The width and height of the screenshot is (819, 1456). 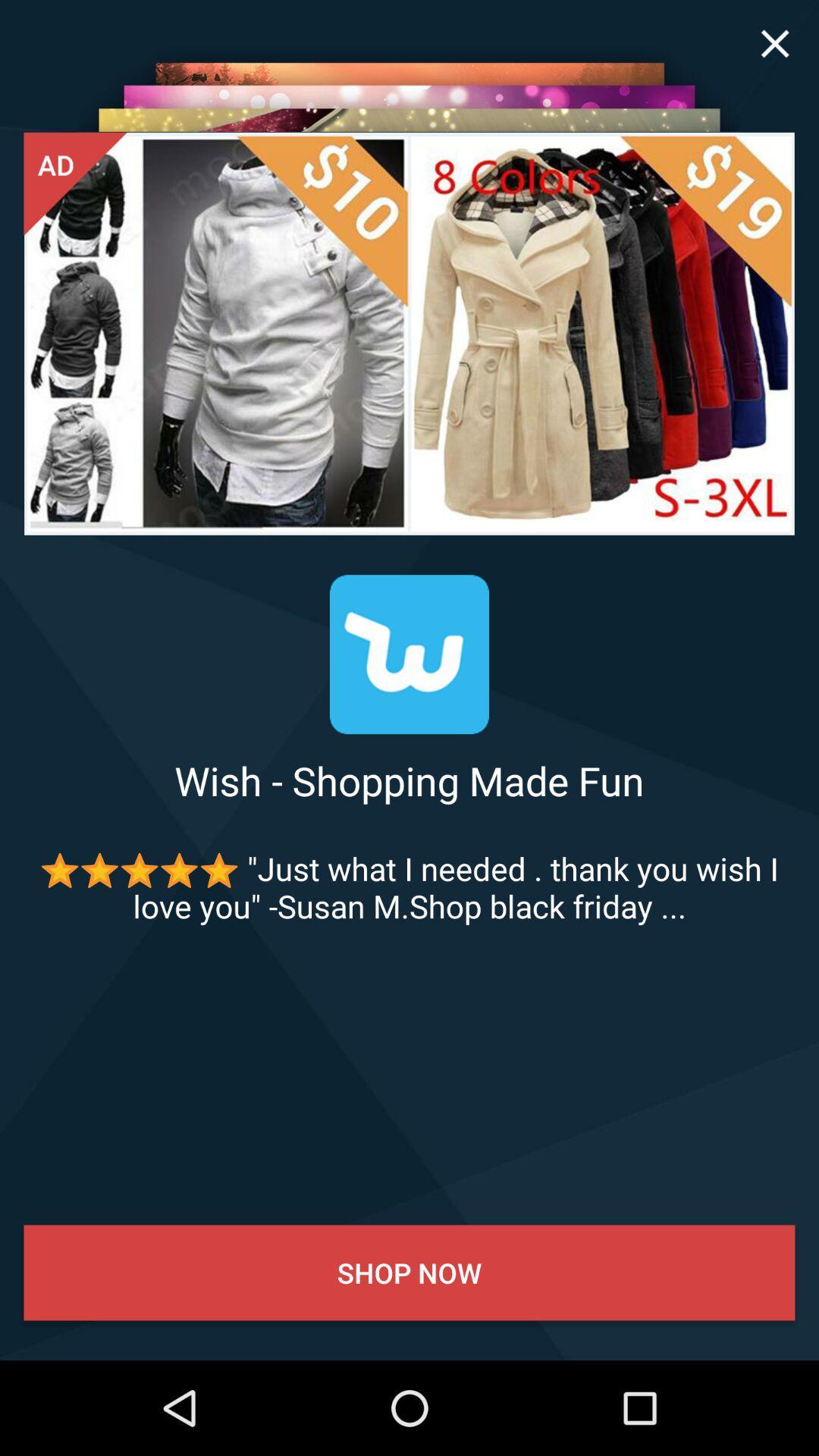 What do you see at coordinates (775, 43) in the screenshot?
I see `icon at the top right corner` at bounding box center [775, 43].